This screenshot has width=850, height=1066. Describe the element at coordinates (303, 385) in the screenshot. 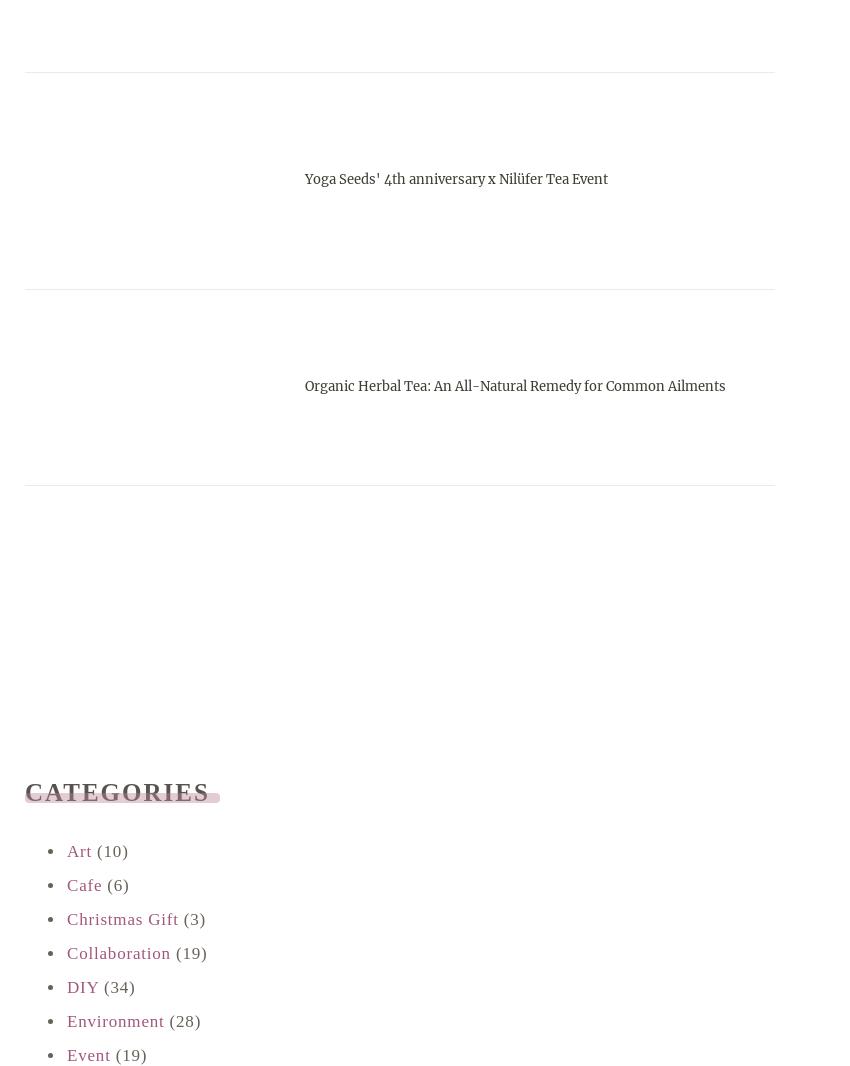

I see `'Organic Herbal Tea: An All-Natural Remedy for Common Ailments'` at that location.